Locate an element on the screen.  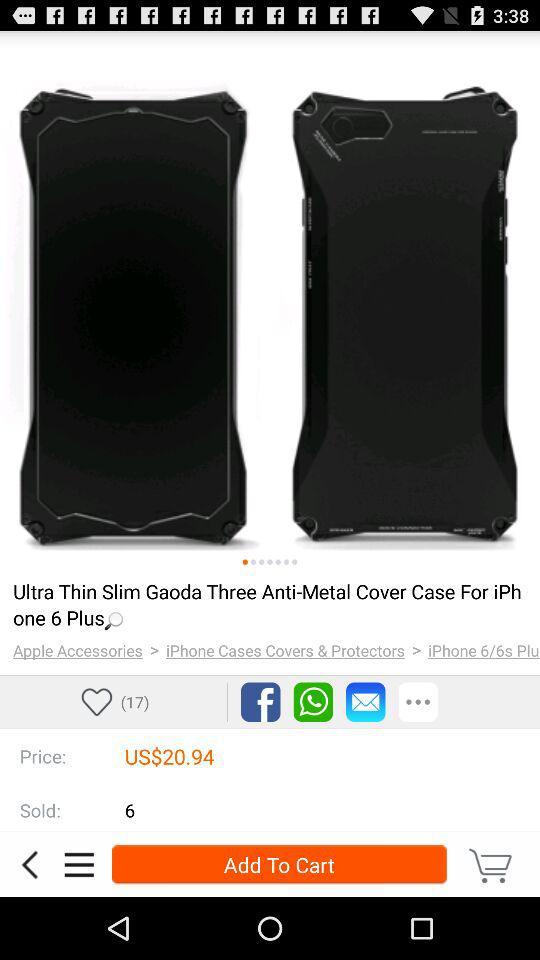
more images is located at coordinates (285, 562).